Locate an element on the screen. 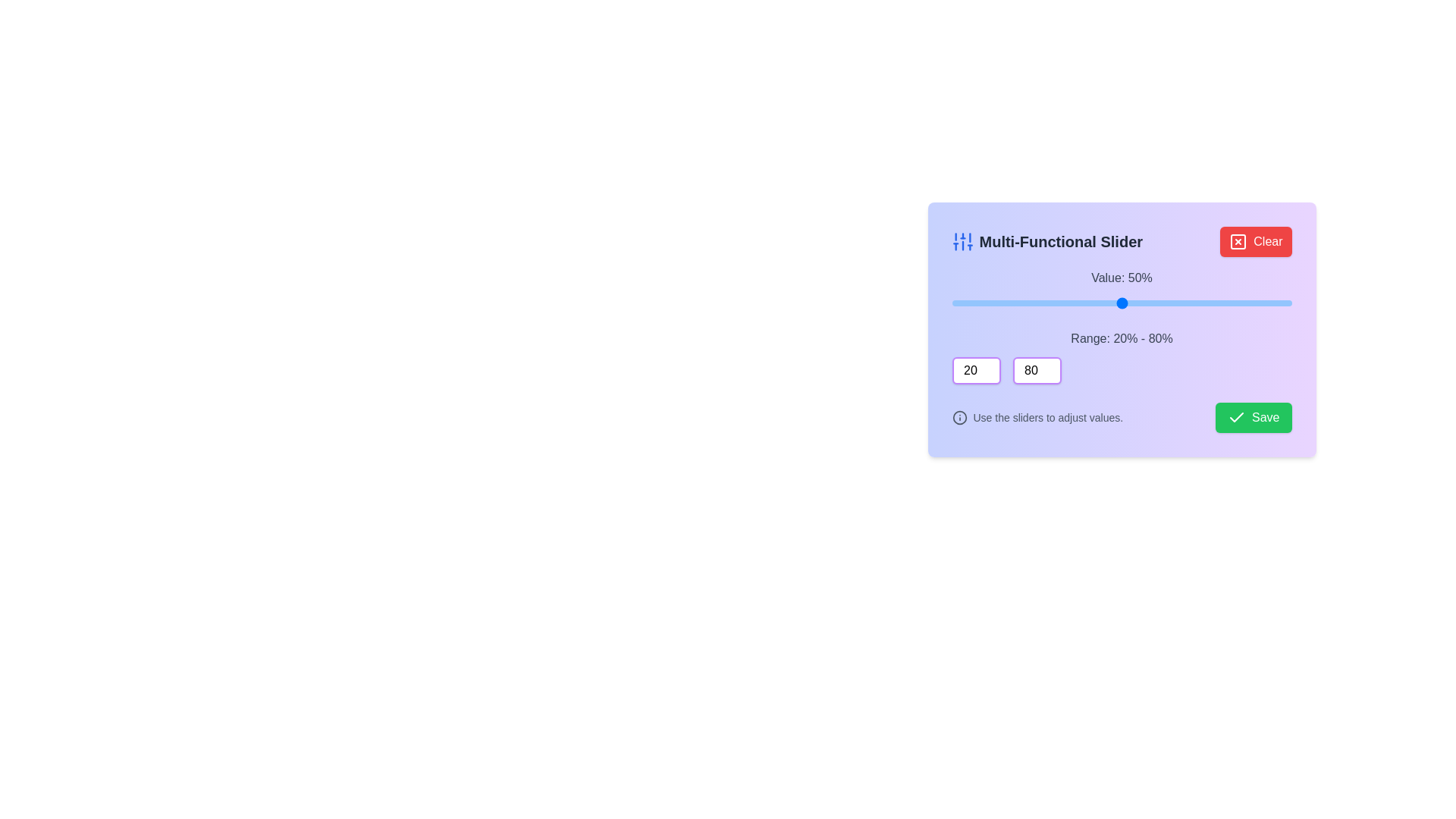  the leftmost numerical input field that allows users to input or adjust the start value of a range to trigger any tooltips is located at coordinates (976, 371).